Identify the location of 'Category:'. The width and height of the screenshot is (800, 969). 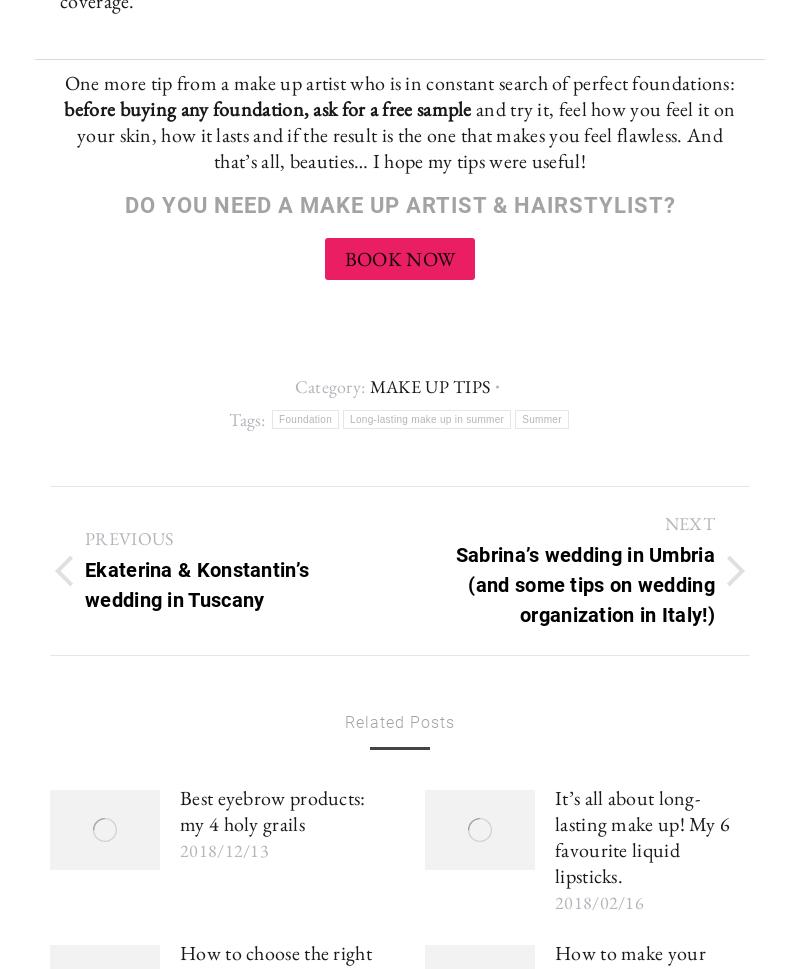
(330, 386).